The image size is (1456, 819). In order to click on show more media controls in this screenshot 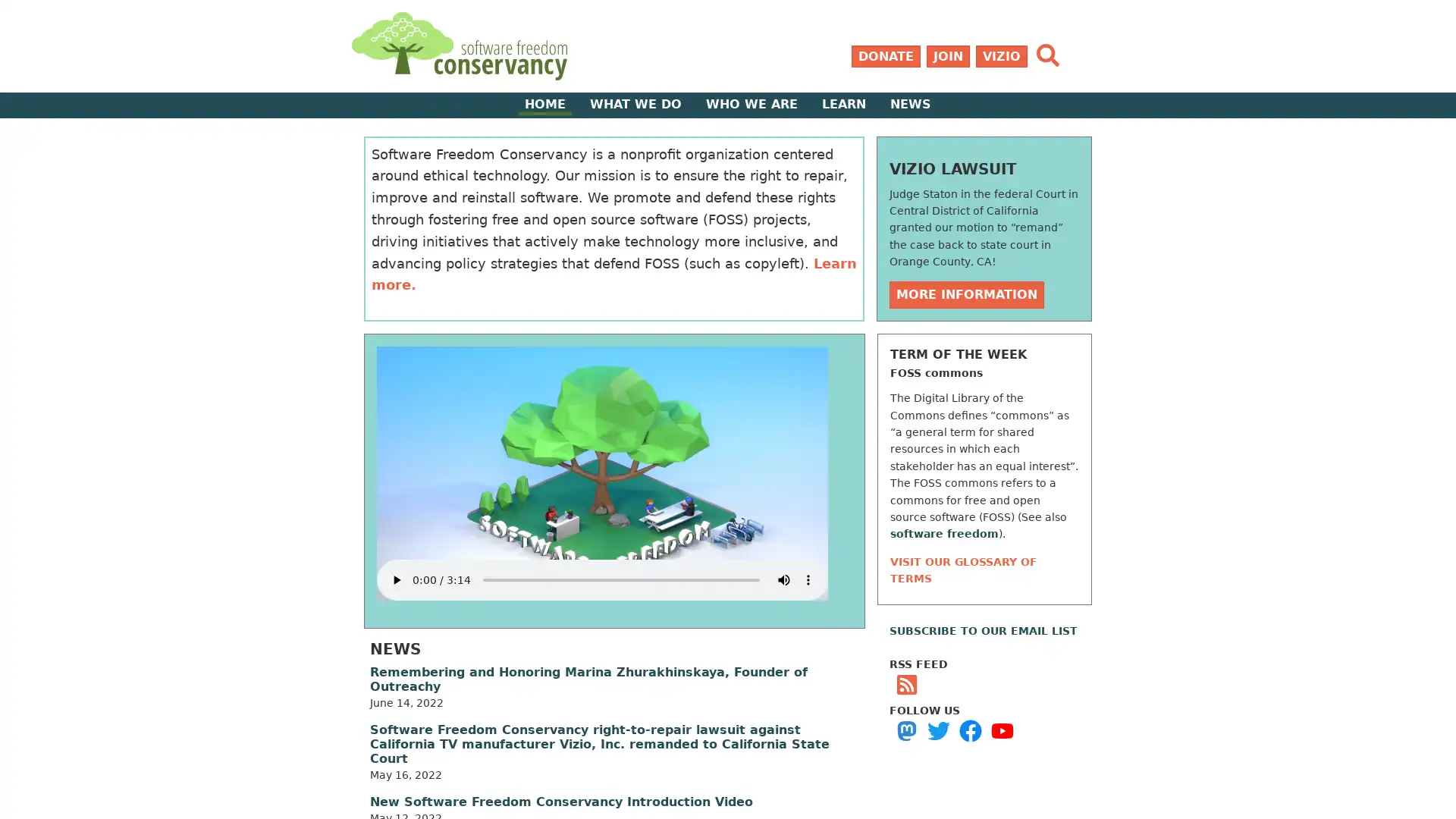, I will do `click(807, 579)`.